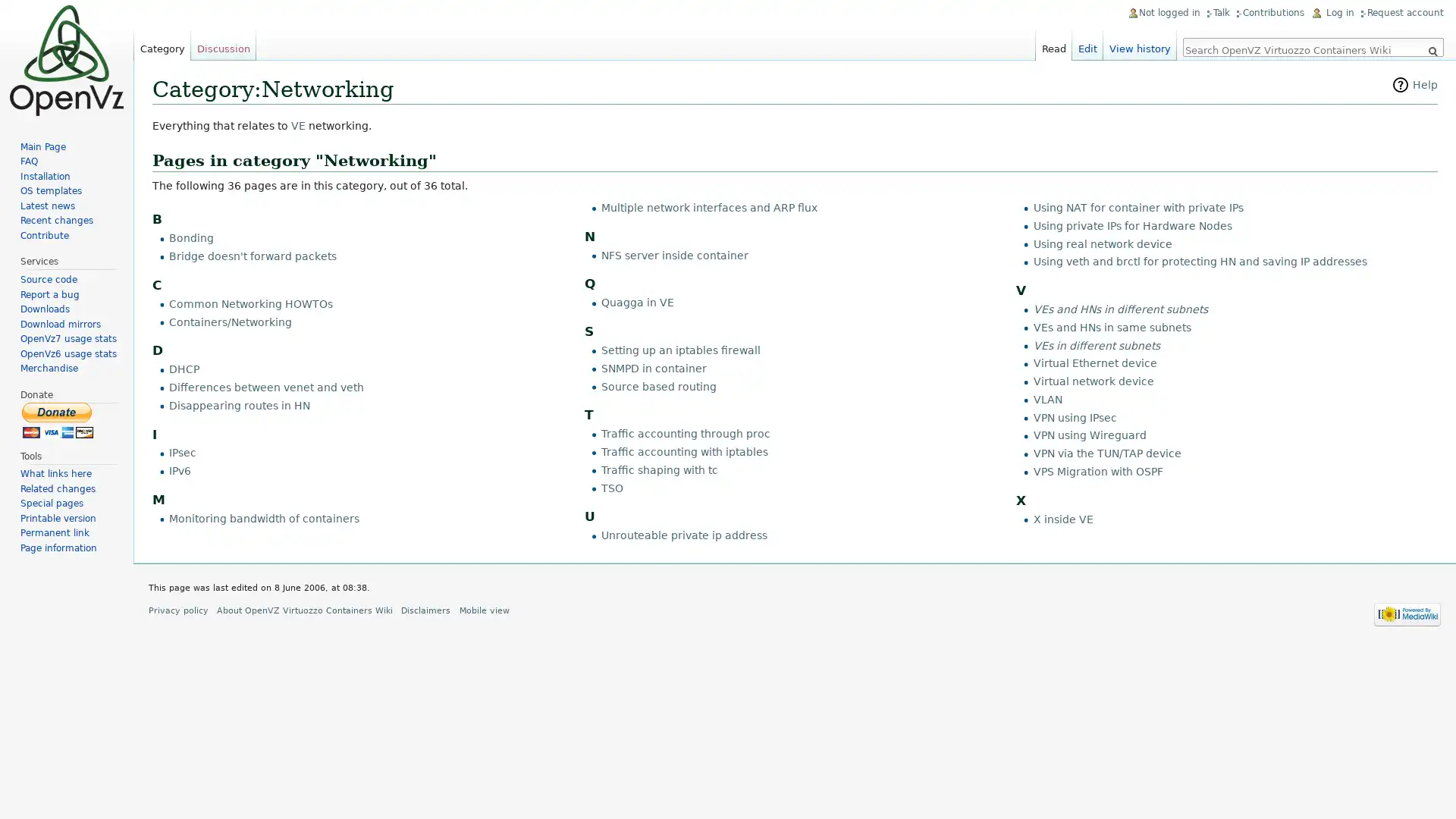 The height and width of the screenshot is (819, 1456). I want to click on Go, so click(1432, 51).